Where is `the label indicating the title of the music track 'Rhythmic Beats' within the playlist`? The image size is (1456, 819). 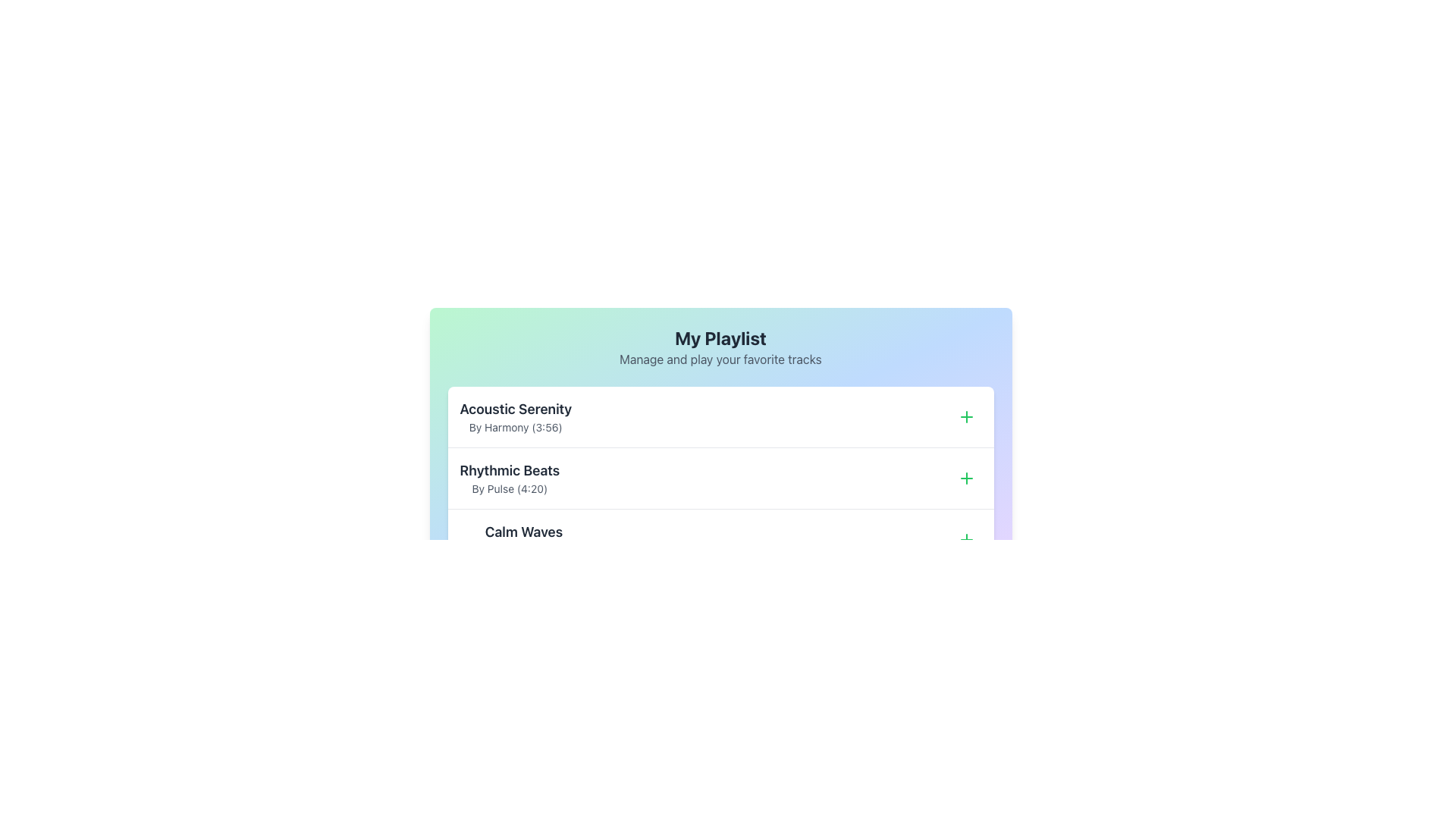
the label indicating the title of the music track 'Rhythmic Beats' within the playlist is located at coordinates (510, 470).